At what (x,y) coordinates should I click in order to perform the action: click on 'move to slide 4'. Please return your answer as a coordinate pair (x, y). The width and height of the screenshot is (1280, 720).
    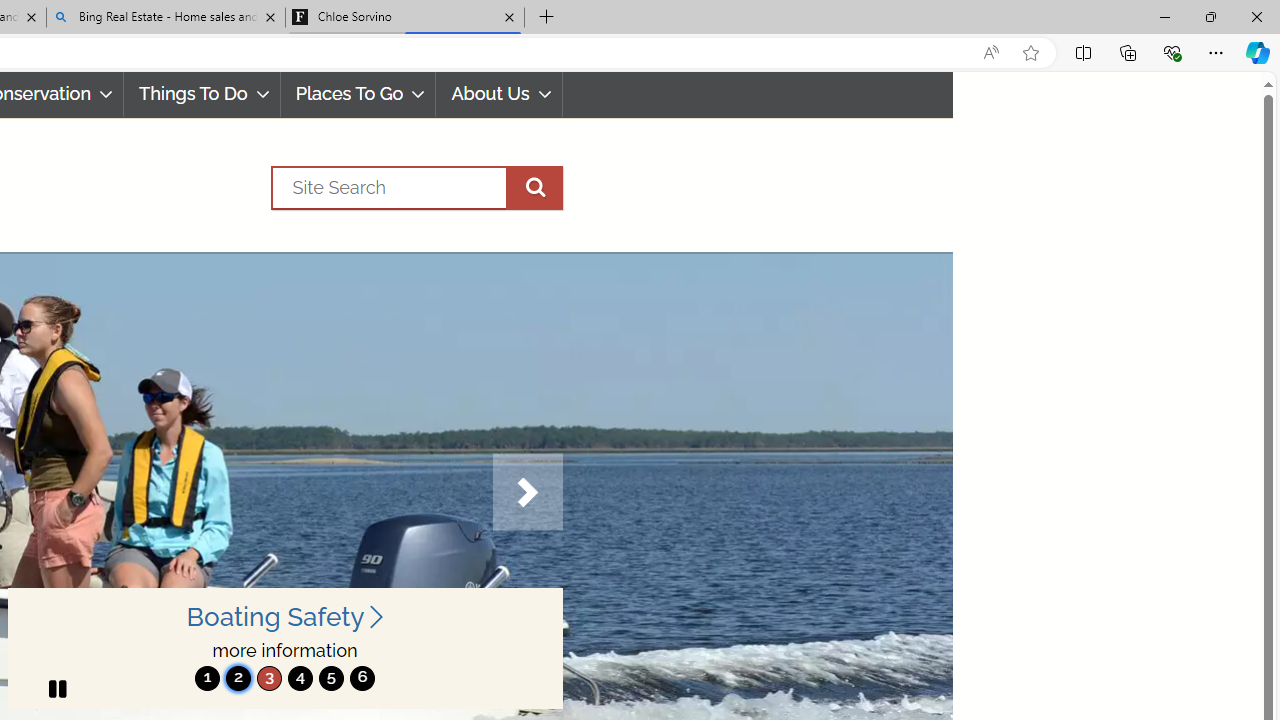
    Looking at the image, I should click on (299, 677).